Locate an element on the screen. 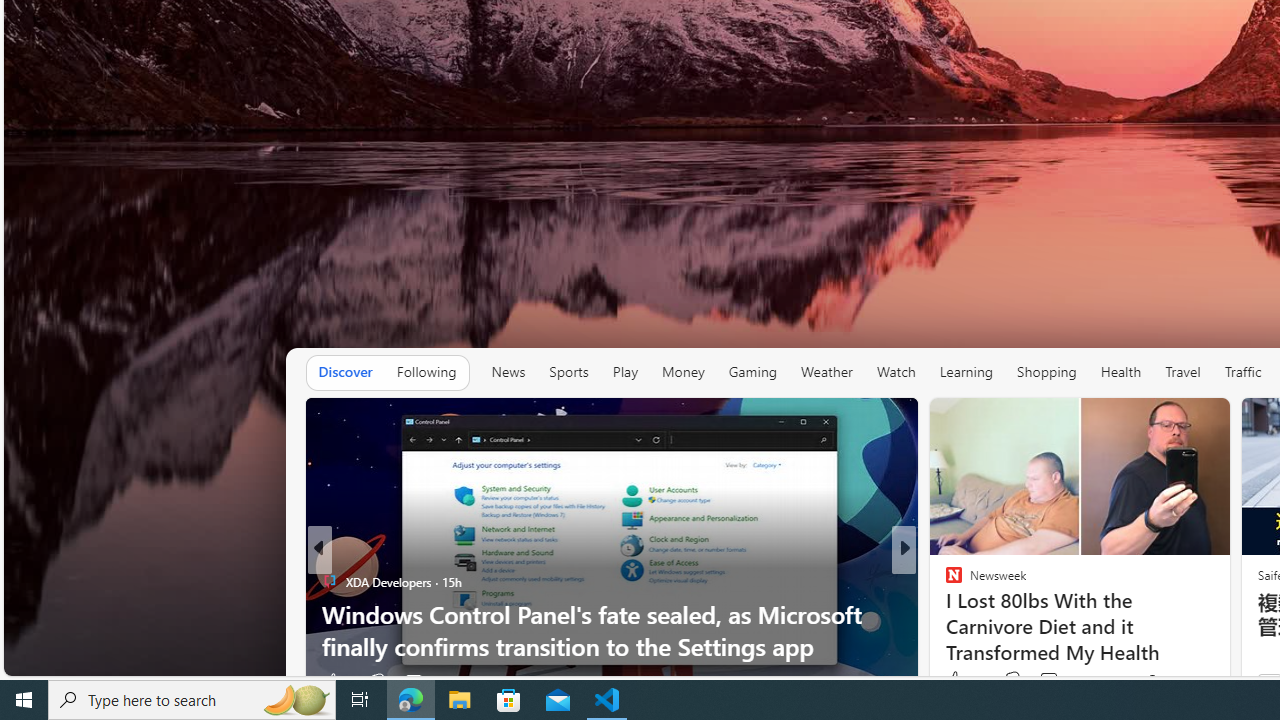 Image resolution: width=1280 pixels, height=720 pixels. '186 Like' is located at coordinates (958, 680).